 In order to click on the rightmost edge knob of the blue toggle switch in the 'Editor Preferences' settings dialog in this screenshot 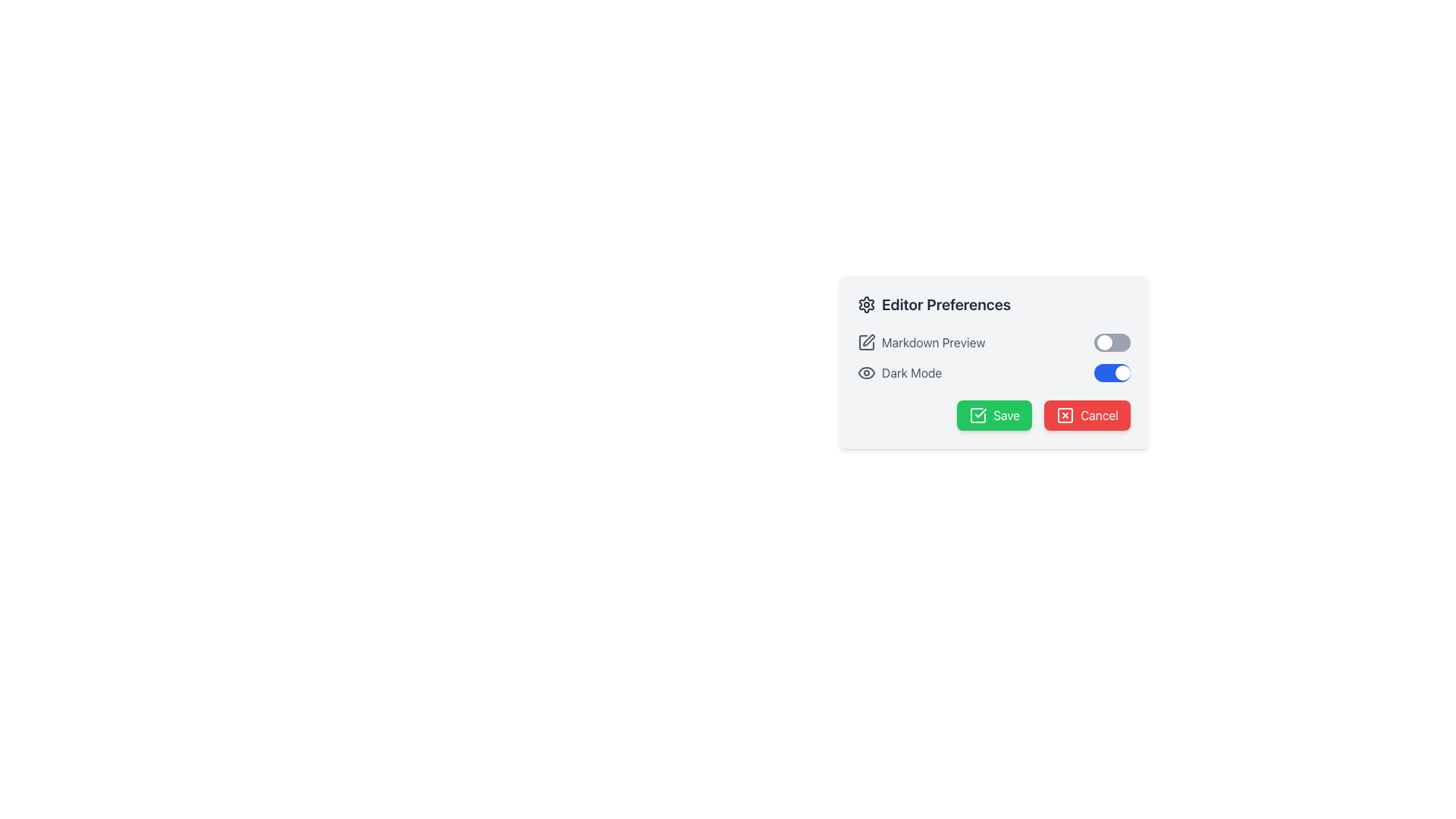, I will do `click(1123, 373)`.